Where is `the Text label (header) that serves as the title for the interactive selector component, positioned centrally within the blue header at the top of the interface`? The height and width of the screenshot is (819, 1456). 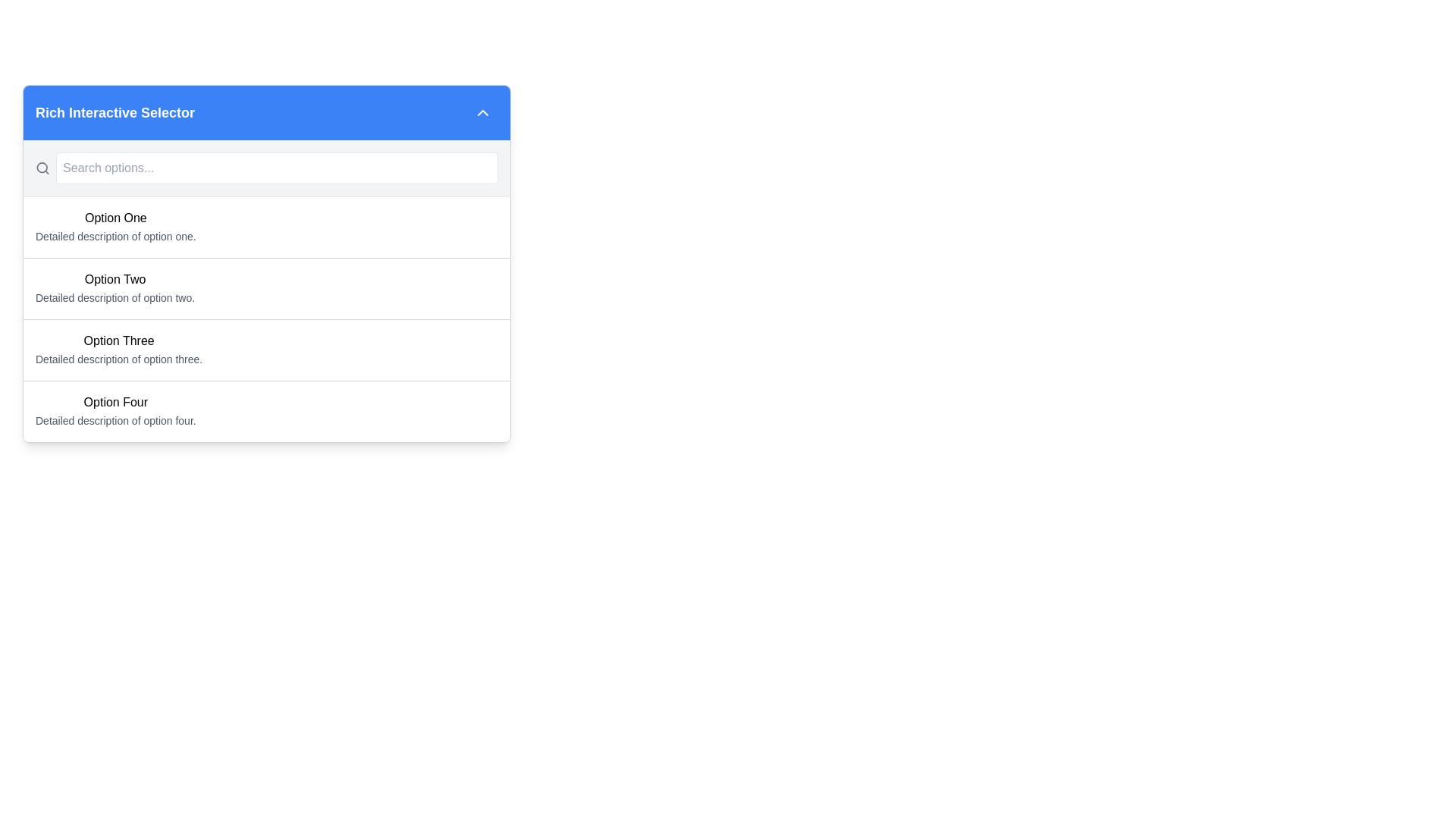 the Text label (header) that serves as the title for the interactive selector component, positioned centrally within the blue header at the top of the interface is located at coordinates (115, 112).